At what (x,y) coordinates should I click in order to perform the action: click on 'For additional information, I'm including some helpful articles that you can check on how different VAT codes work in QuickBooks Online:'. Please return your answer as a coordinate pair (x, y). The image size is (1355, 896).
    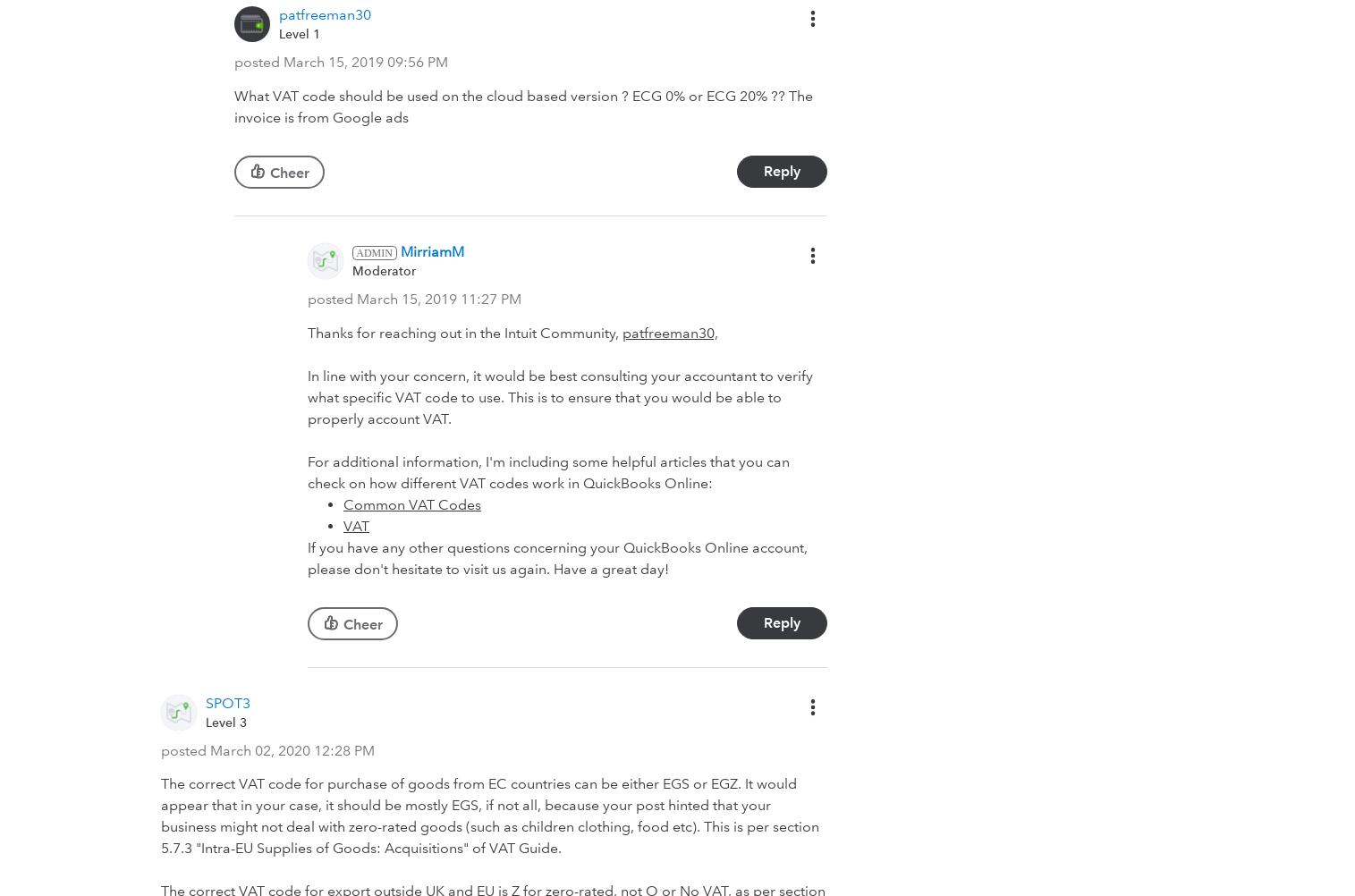
    Looking at the image, I should click on (547, 471).